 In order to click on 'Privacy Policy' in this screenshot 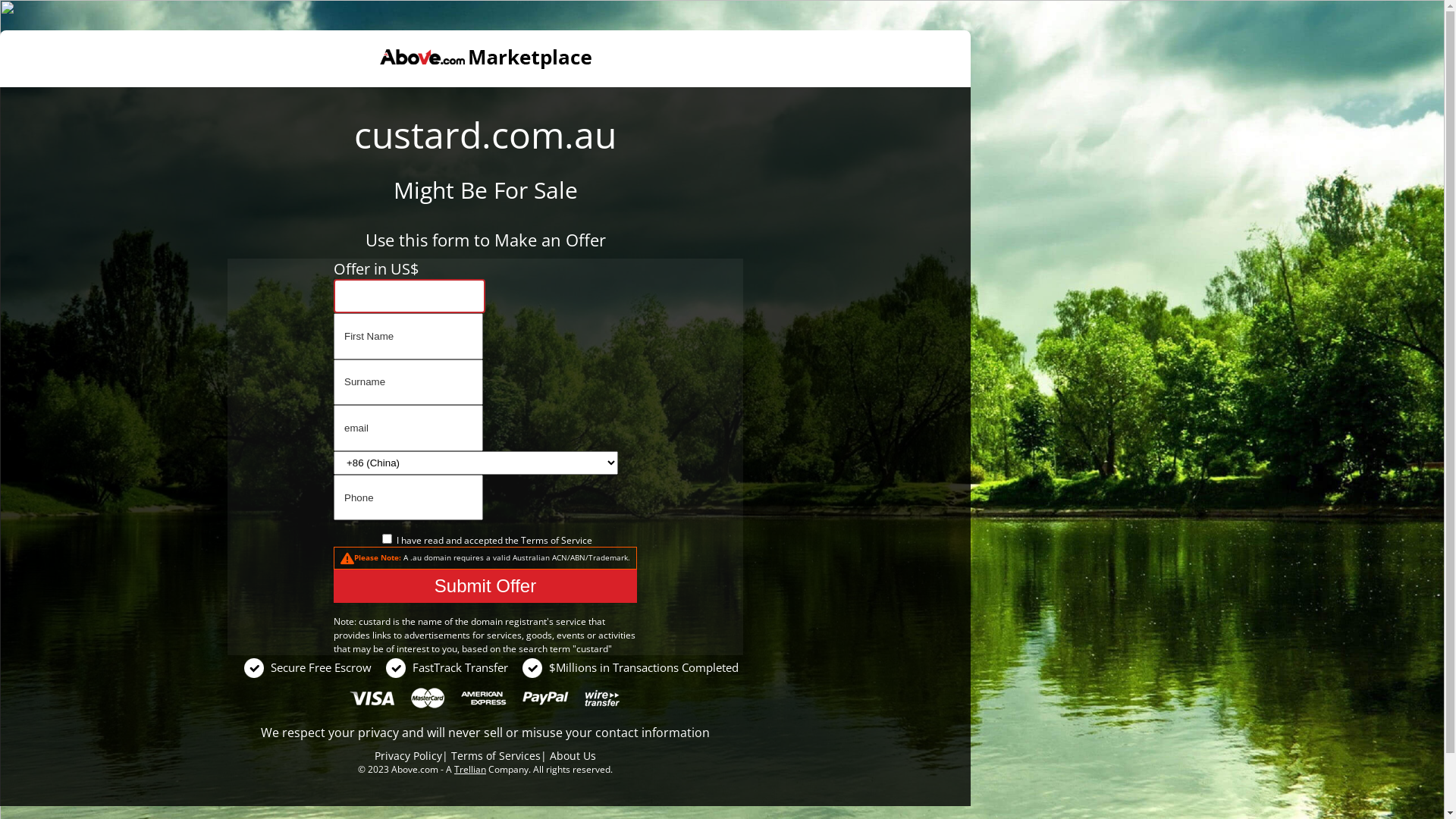, I will do `click(408, 755)`.